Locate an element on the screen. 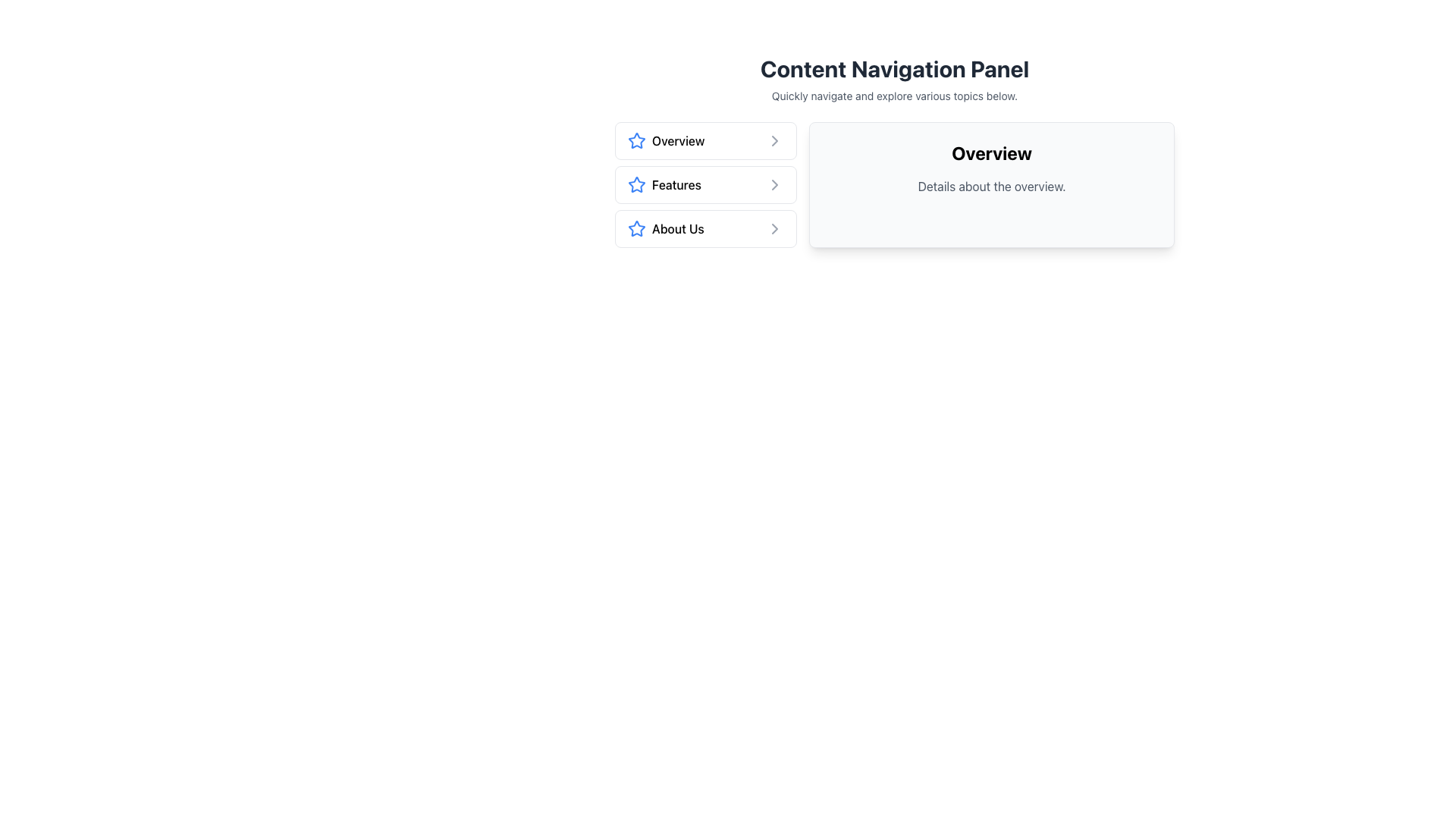  the chevron icon located at the far right of the Overview section in the content navigation panel to indicate navigability or expansion is located at coordinates (775, 140).